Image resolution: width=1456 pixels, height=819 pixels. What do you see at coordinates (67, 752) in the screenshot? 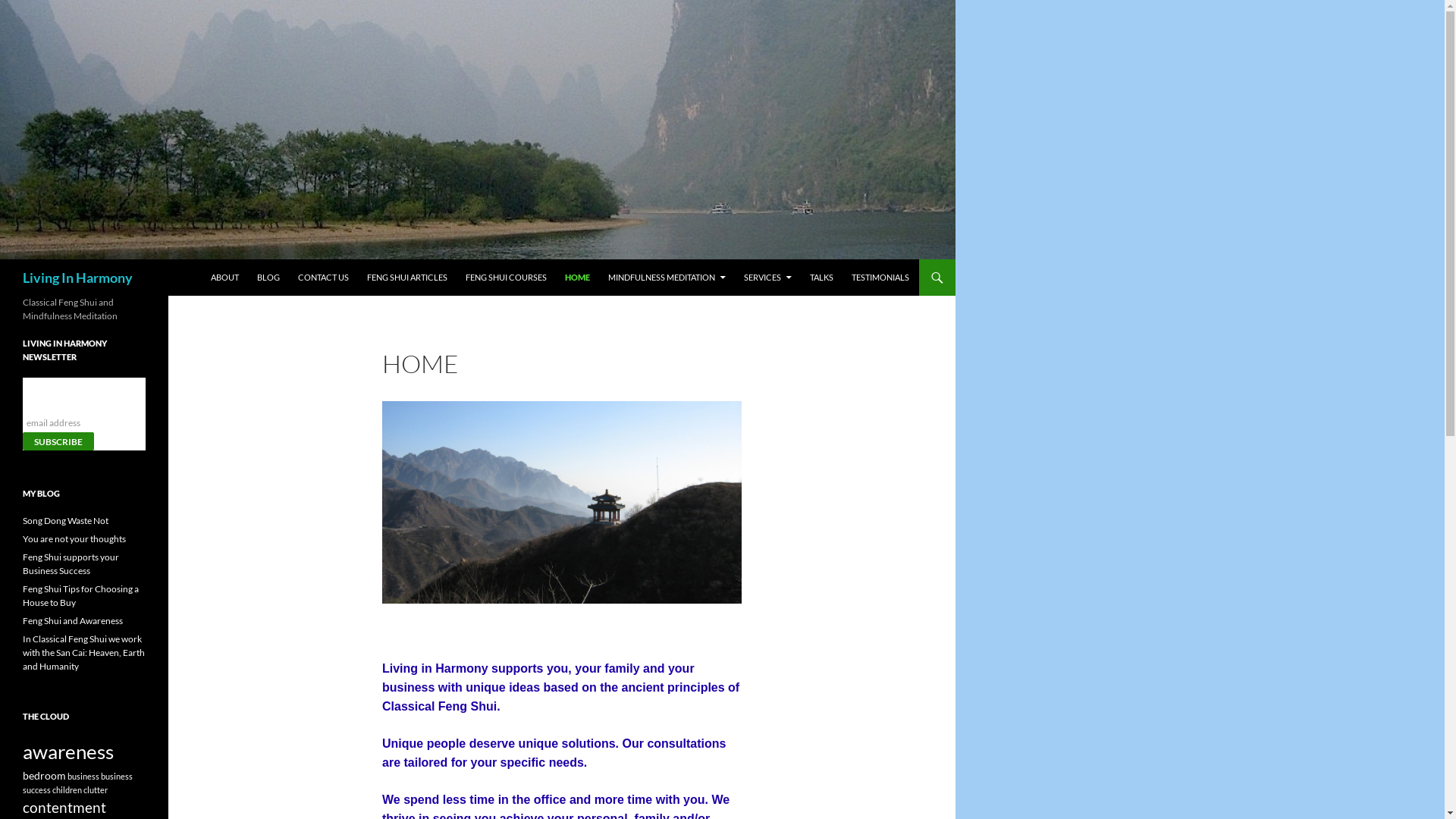
I see `'awareness'` at bounding box center [67, 752].